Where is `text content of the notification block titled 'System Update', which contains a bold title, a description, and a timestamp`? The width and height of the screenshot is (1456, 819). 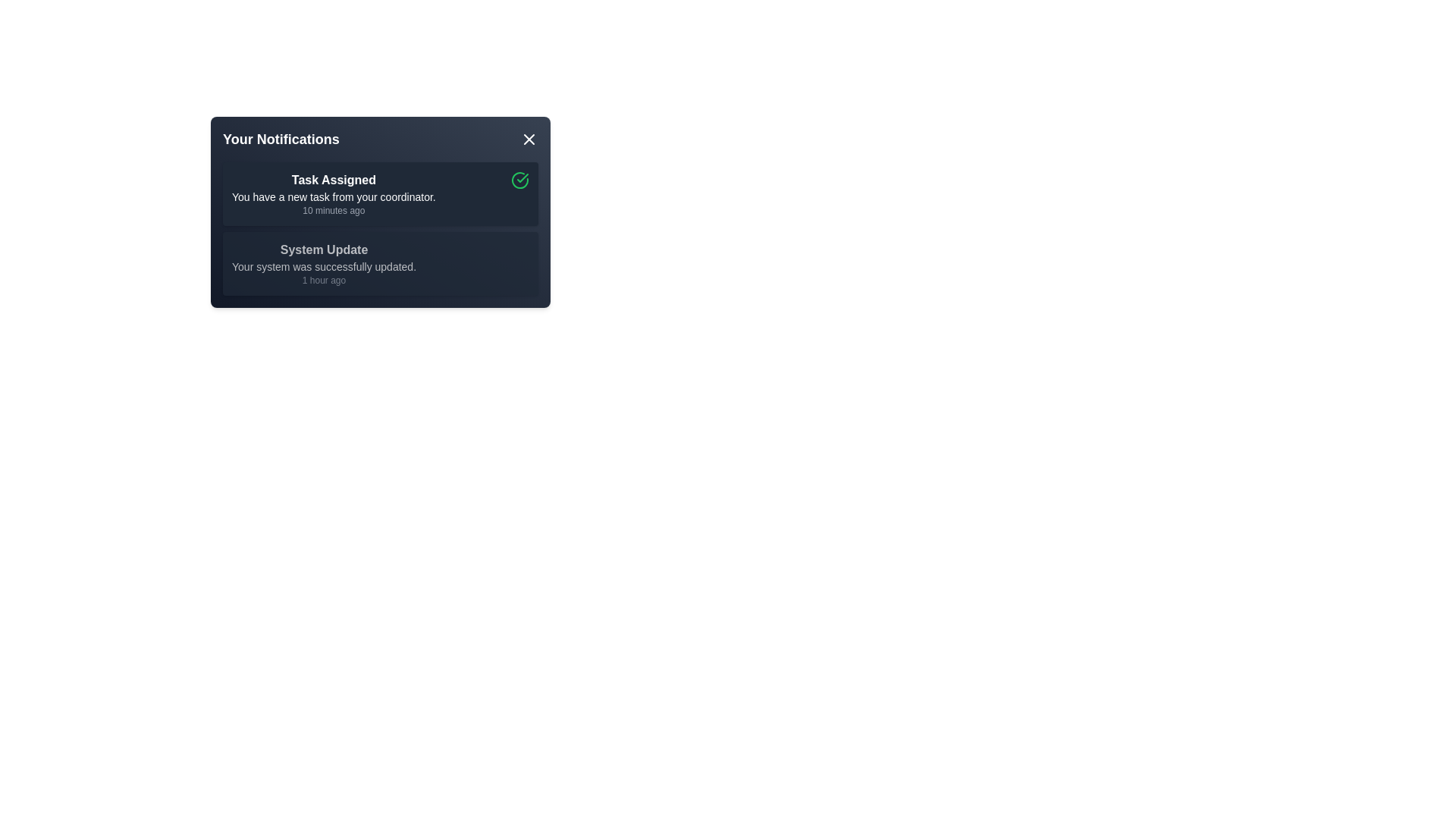 text content of the notification block titled 'System Update', which contains a bold title, a description, and a timestamp is located at coordinates (323, 262).